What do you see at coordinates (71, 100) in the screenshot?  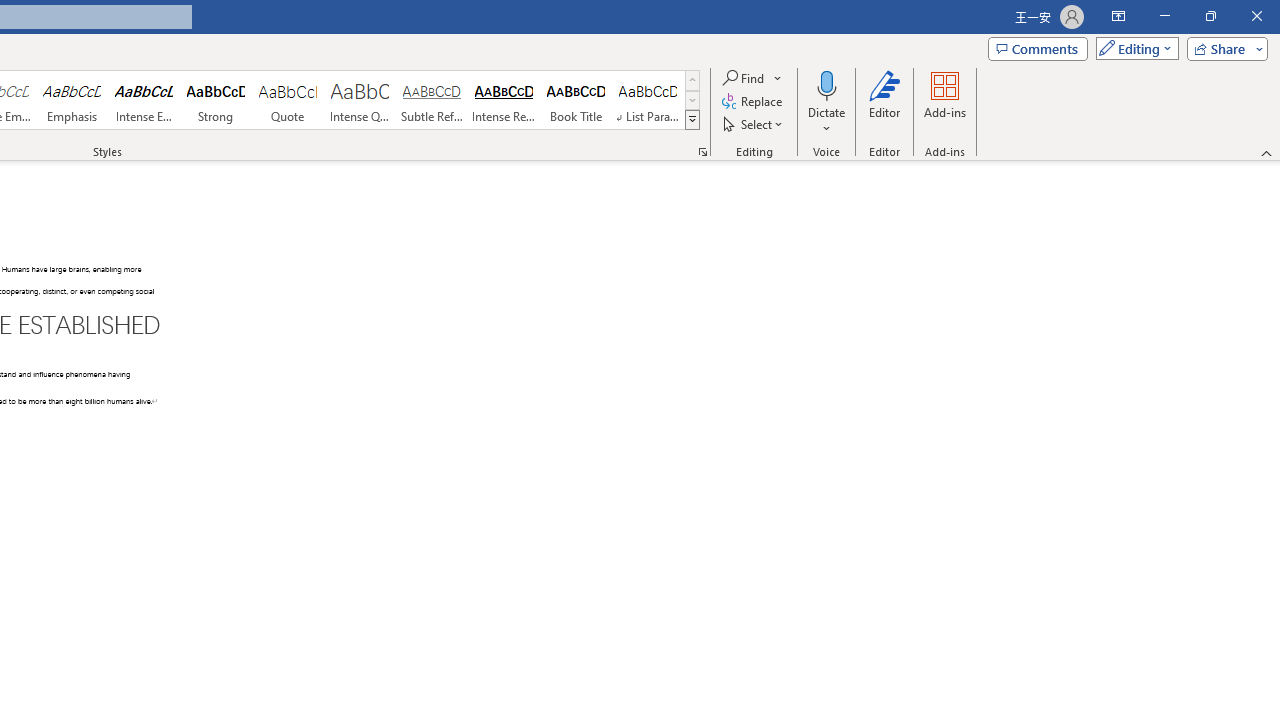 I see `'Emphasis'` at bounding box center [71, 100].